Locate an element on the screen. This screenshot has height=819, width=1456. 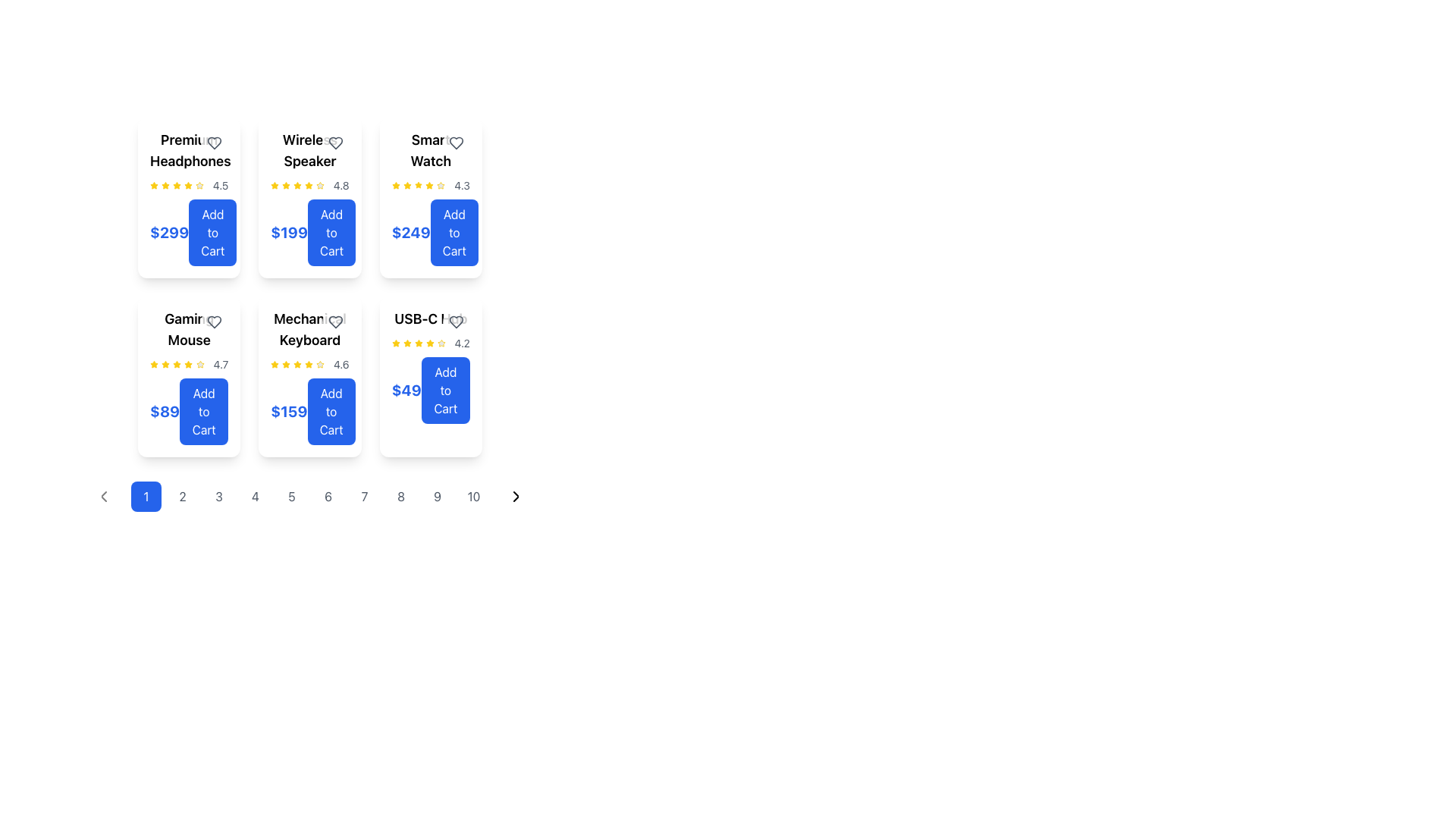
the heart icon button located at the top-right corner of the 'Mechanical Keyboard' product card is located at coordinates (334, 321).